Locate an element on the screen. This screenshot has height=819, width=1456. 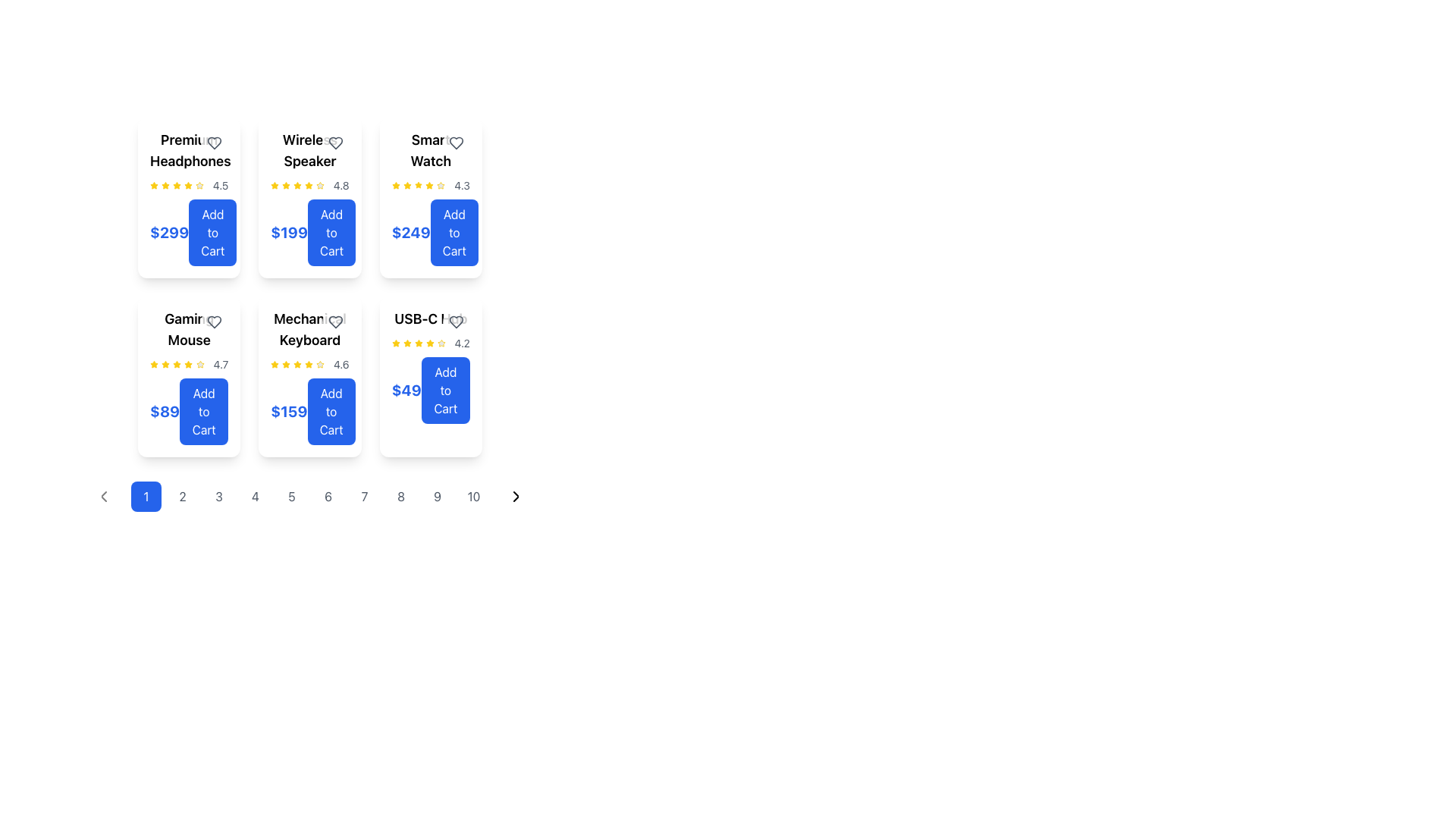
the heart icon button located at the top-right corner of the 'Mechanical Keyboard' product card is located at coordinates (334, 321).